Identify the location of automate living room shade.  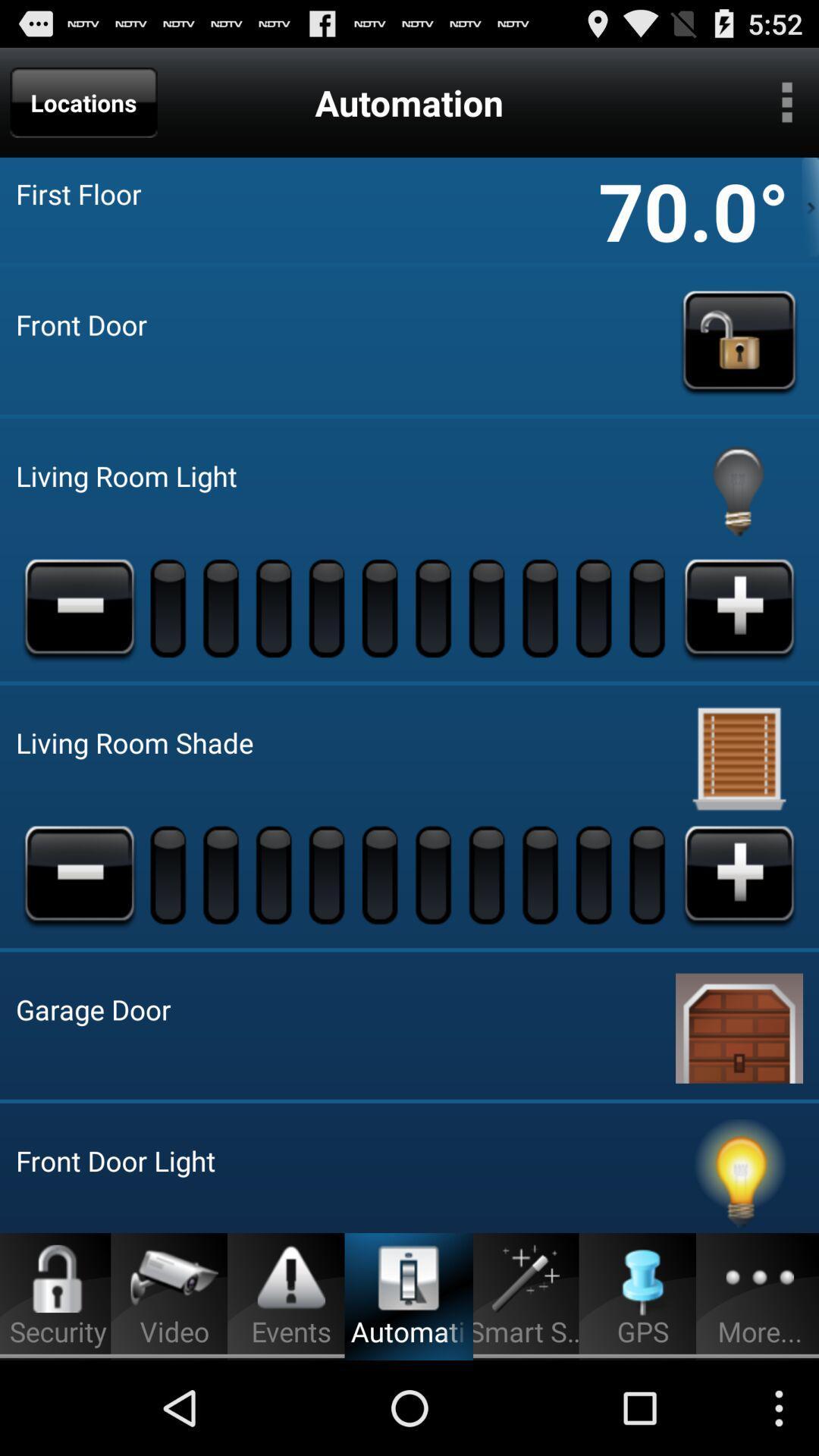
(739, 758).